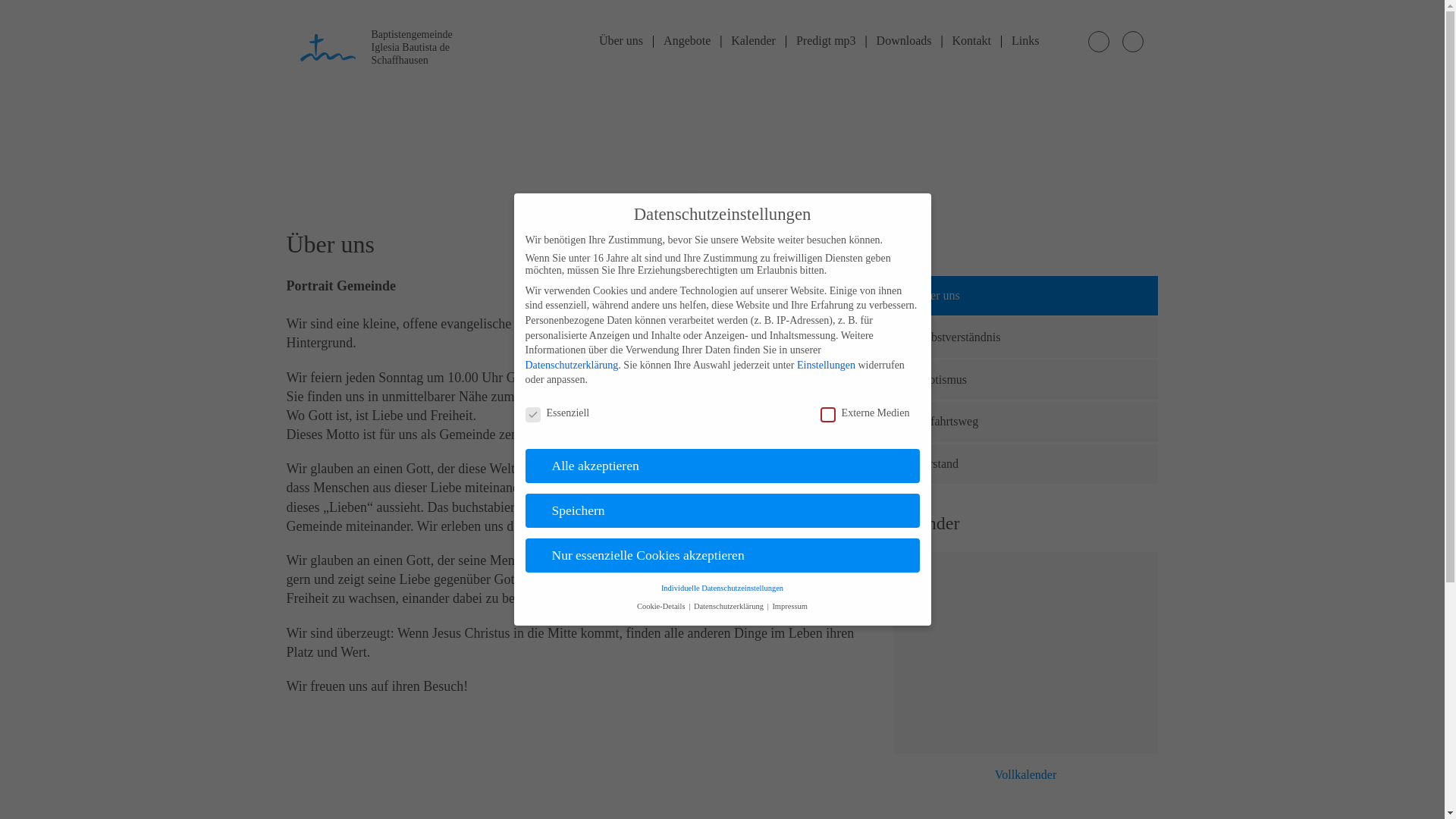  What do you see at coordinates (720, 465) in the screenshot?
I see `'Alle akzeptieren'` at bounding box center [720, 465].